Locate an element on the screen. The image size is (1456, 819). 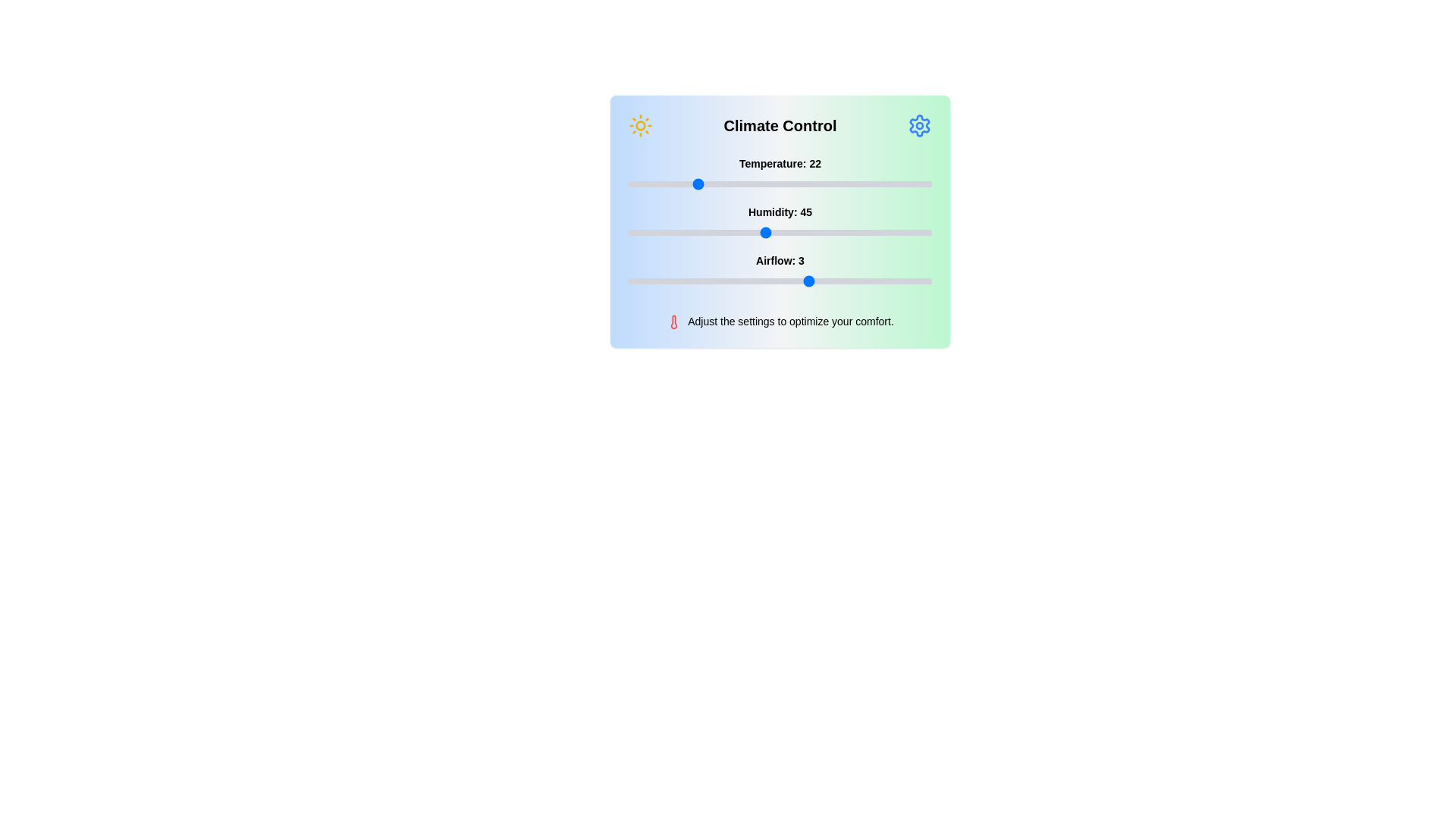
the temperature slider to 0 degrees is located at coordinates (629, 184).